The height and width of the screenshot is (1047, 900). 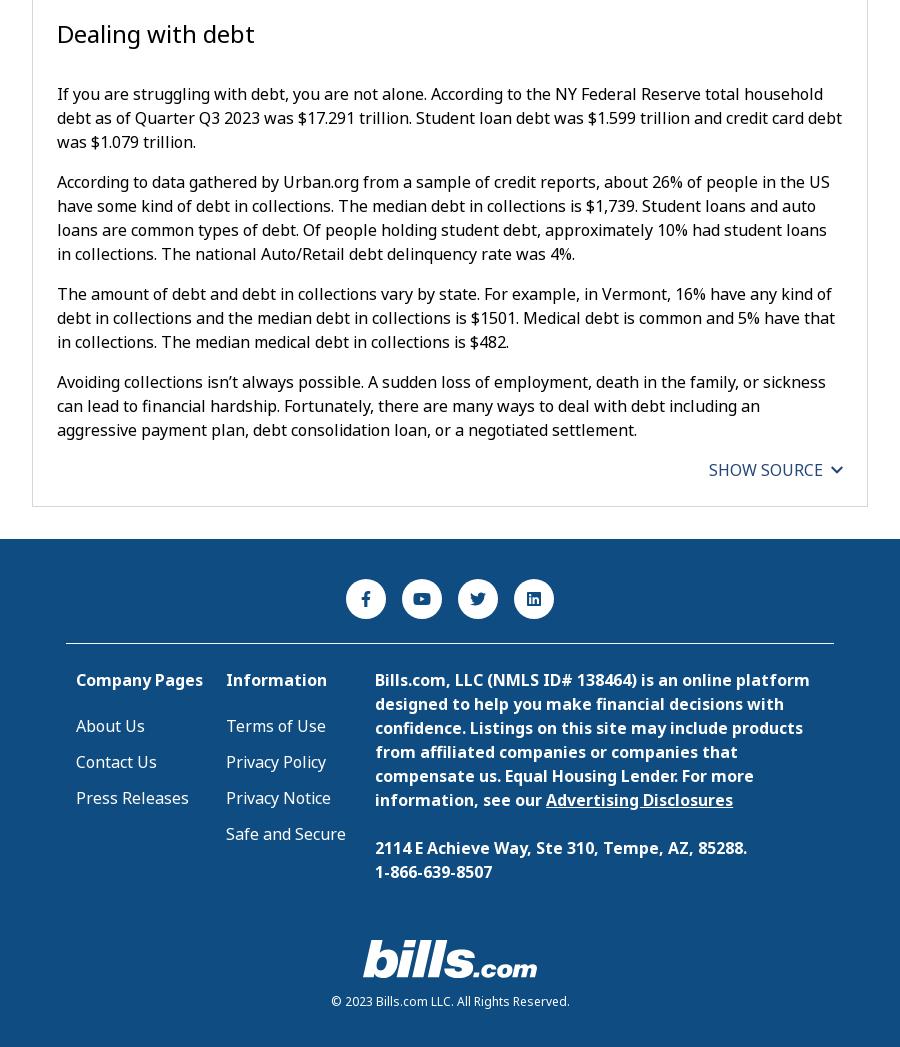 I want to click on 'Avoiding collections isn’t always possible. A sudden loss of employment, death in the family, or sickness can lead to financial hardship. Fortunately, there are many ways to deal with debt including an aggressive payment plan, debt consolidation loan, or a negotiated settlement.', so click(x=55, y=405).